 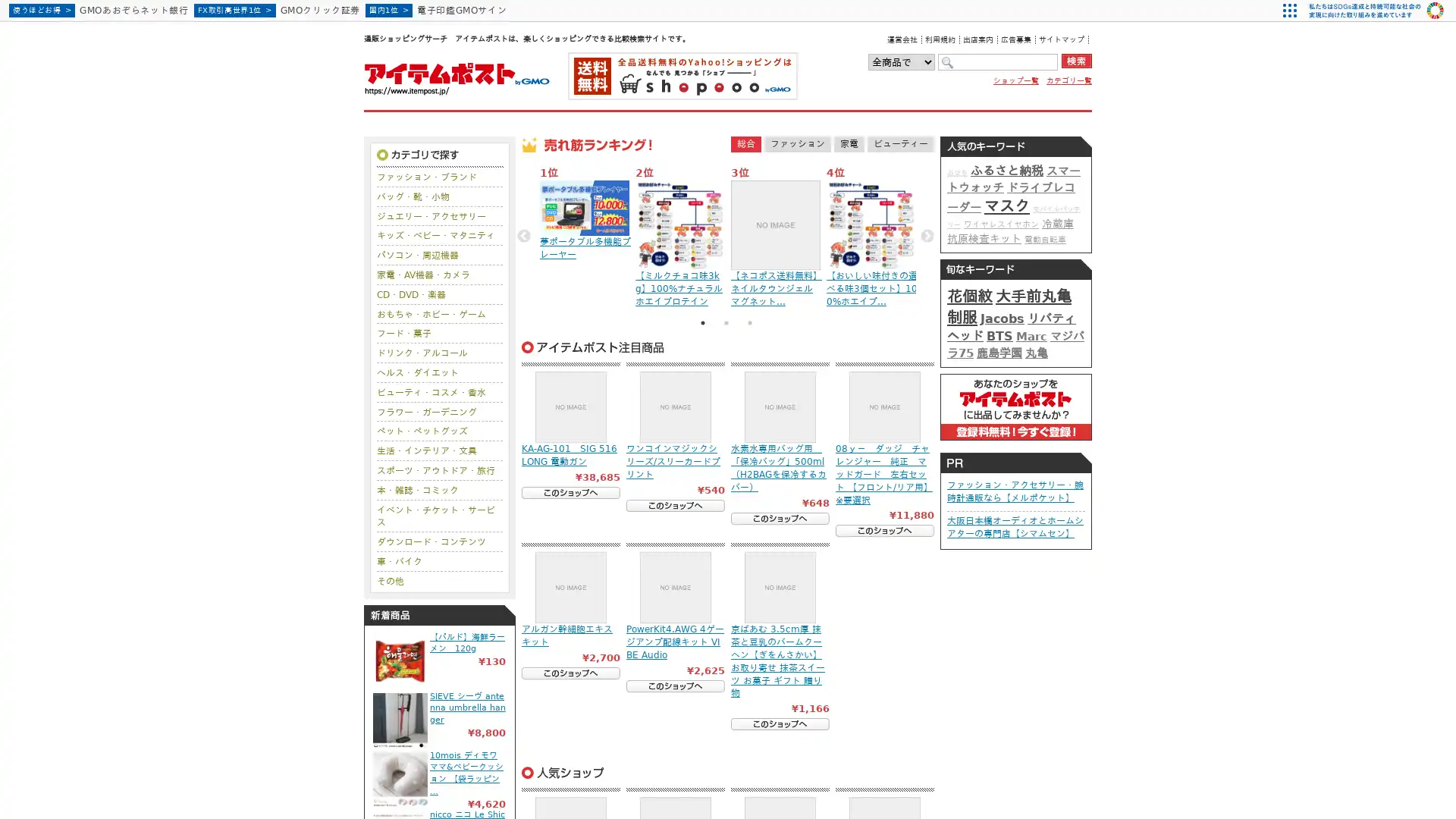 I want to click on 3, so click(x=749, y=322).